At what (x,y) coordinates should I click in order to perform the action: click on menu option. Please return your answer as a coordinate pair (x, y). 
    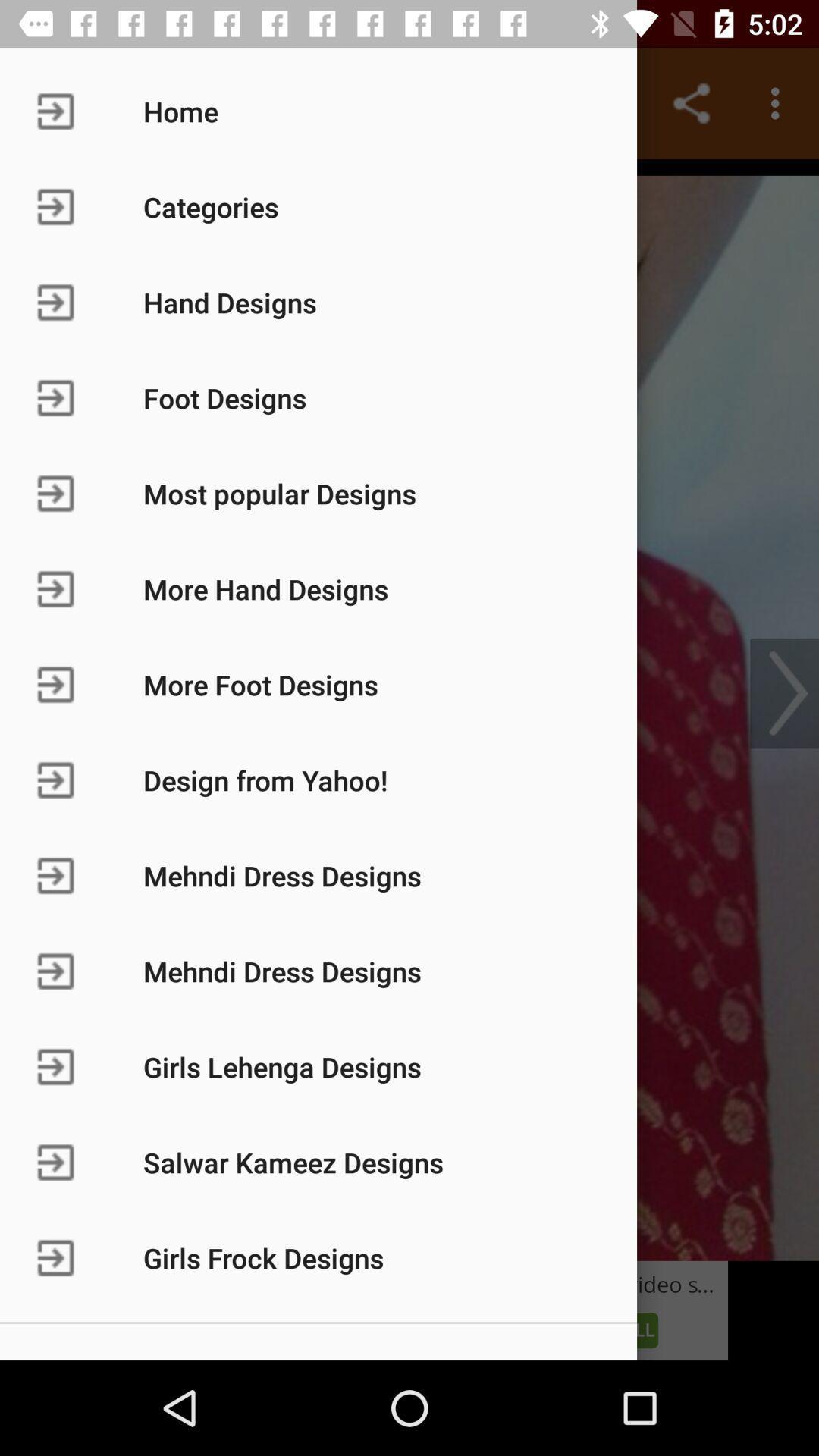
    Looking at the image, I should click on (409, 709).